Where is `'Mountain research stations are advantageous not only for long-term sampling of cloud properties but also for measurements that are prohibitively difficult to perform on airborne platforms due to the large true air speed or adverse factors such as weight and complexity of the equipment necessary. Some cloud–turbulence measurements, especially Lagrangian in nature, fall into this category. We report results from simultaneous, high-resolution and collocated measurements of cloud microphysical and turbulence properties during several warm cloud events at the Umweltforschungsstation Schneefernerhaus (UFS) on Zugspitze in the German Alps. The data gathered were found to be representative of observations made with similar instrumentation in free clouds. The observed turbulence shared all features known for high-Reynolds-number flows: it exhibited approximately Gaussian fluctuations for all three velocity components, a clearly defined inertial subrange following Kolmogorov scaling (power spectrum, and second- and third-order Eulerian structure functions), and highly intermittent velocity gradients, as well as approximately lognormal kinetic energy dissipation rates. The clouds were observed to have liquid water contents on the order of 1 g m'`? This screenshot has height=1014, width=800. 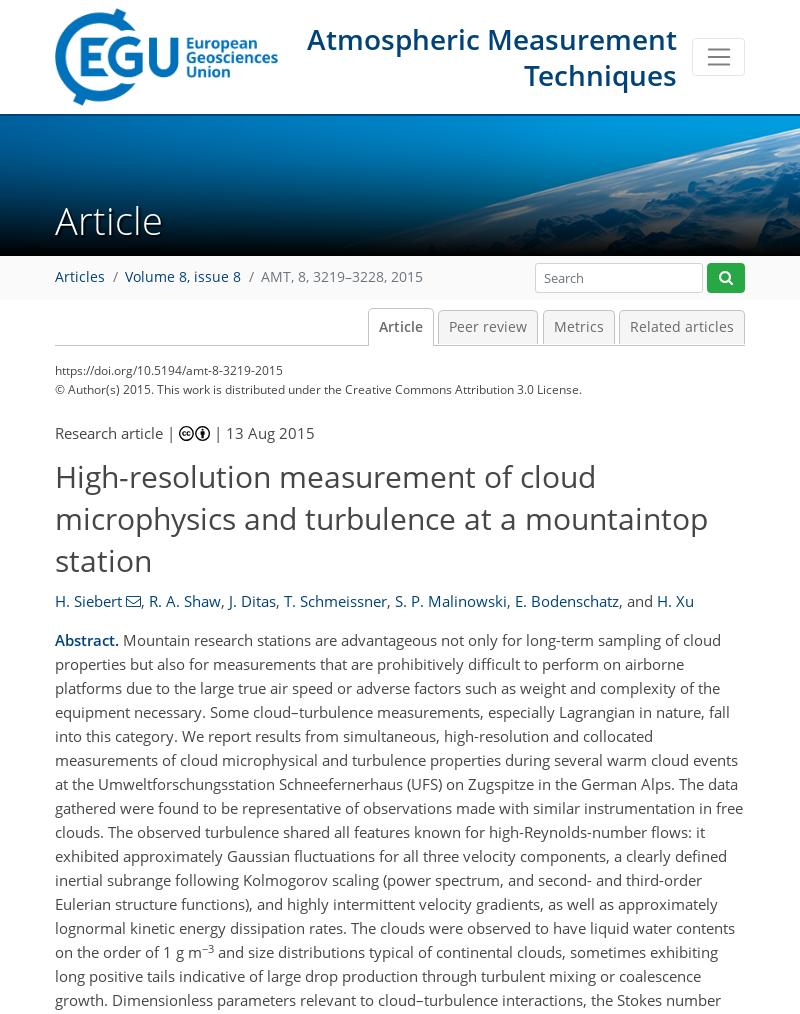
'Mountain research stations are advantageous not only for long-term sampling of cloud properties but also for measurements that are prohibitively difficult to perform on airborne platforms due to the large true air speed or adverse factors such as weight and complexity of the equipment necessary. Some cloud–turbulence measurements, especially Lagrangian in nature, fall into this category. We report results from simultaneous, high-resolution and collocated measurements of cloud microphysical and turbulence properties during several warm cloud events at the Umweltforschungsstation Schneefernerhaus (UFS) on Zugspitze in the German Alps. The data gathered were found to be representative of observations made with similar instrumentation in free clouds. The observed turbulence shared all features known for high-Reynolds-number flows: it exhibited approximately Gaussian fluctuations for all three velocity components, a clearly defined inertial subrange following Kolmogorov scaling (power spectrum, and second- and third-order Eulerian structure functions), and highly intermittent velocity gradients, as well as approximately lognormal kinetic energy dissipation rates. The clouds were observed to have liquid water contents on the order of 1 g m' is located at coordinates (397, 795).